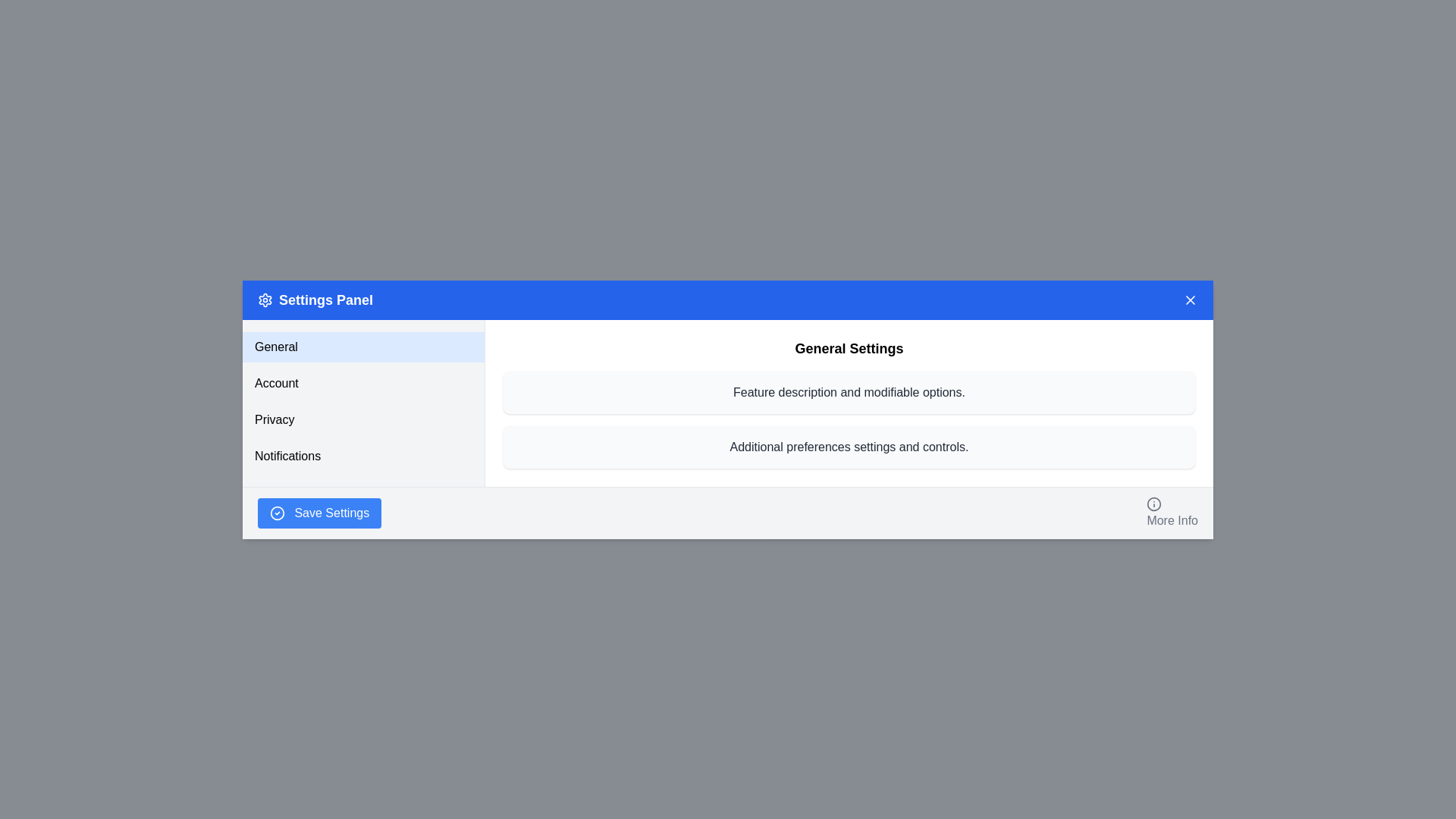 The height and width of the screenshot is (819, 1456). Describe the element at coordinates (848, 391) in the screenshot. I see `text displayed in the Informational Block with a light gray background and rounded corners, containing 'Feature description and modifiable options.'` at that location.